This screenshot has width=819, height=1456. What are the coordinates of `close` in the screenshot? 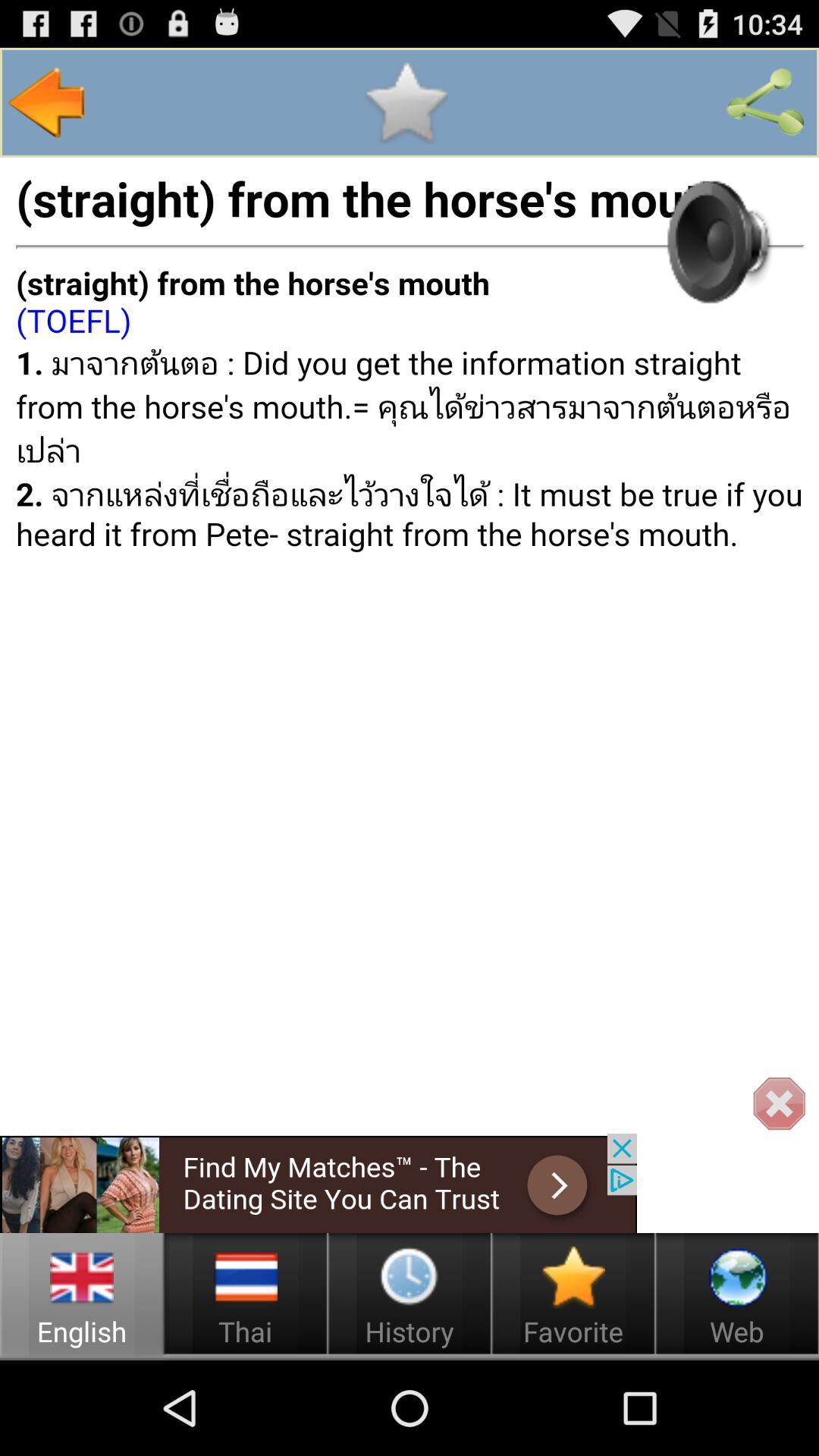 It's located at (779, 1104).